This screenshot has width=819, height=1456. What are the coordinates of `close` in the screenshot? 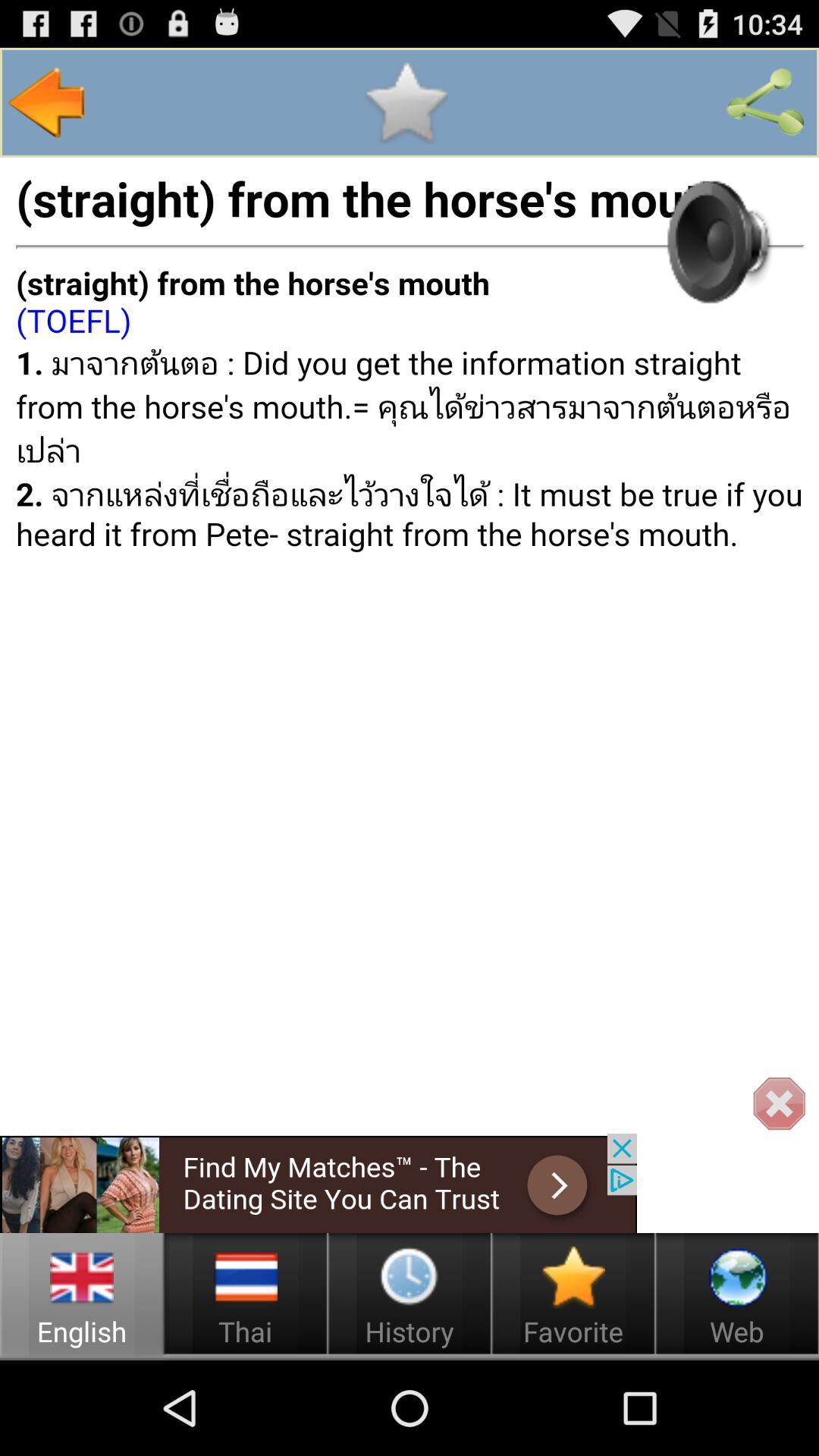 It's located at (779, 1104).